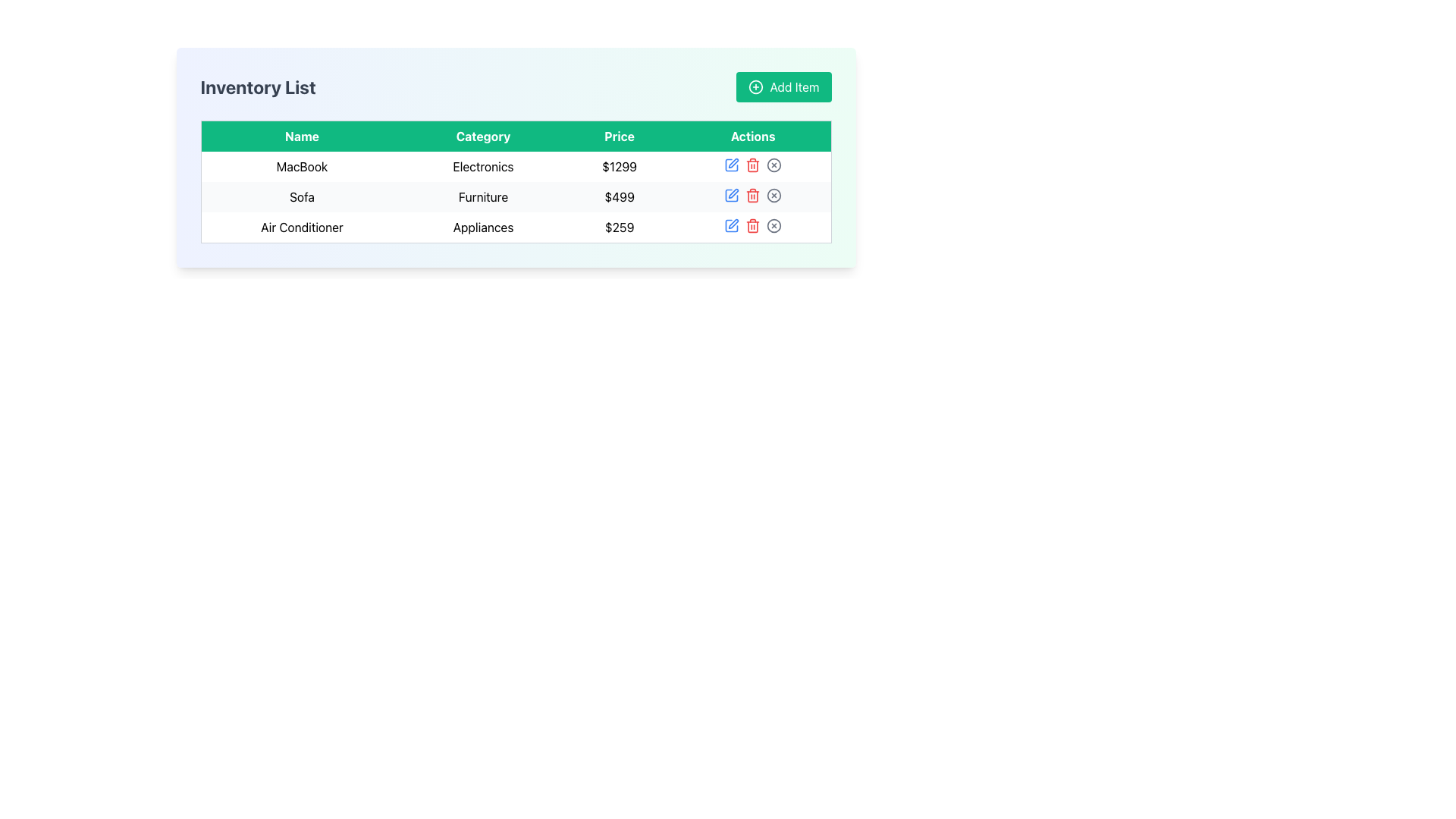  I want to click on the 'Add Item' text label, which is styled in white font on an emerald green background, located within a button at the top-right corner of the interface, so click(793, 87).